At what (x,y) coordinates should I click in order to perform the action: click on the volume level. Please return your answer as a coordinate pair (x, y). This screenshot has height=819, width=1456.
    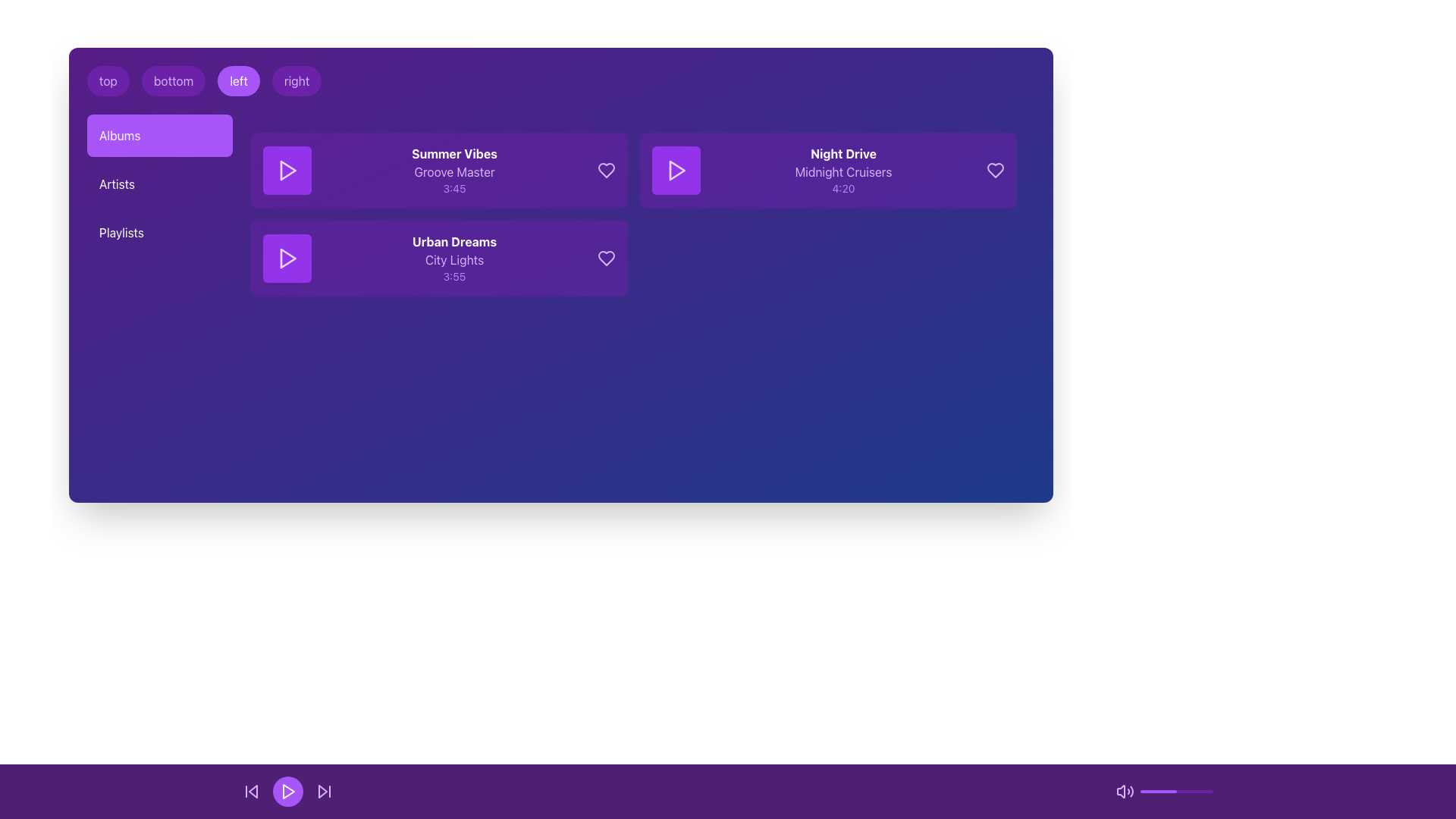
    Looking at the image, I should click on (1154, 791).